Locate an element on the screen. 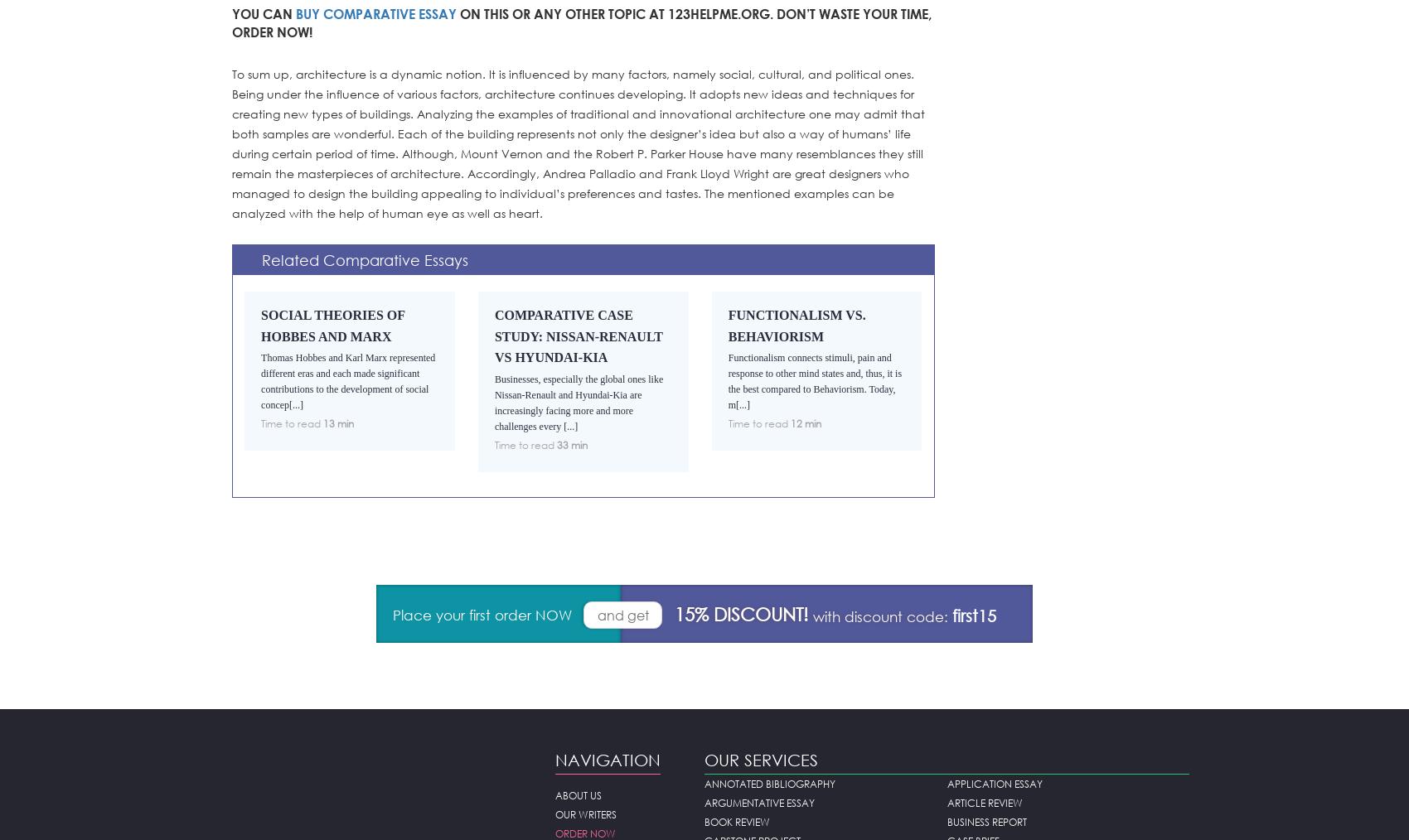  '33 min' is located at coordinates (571, 444).